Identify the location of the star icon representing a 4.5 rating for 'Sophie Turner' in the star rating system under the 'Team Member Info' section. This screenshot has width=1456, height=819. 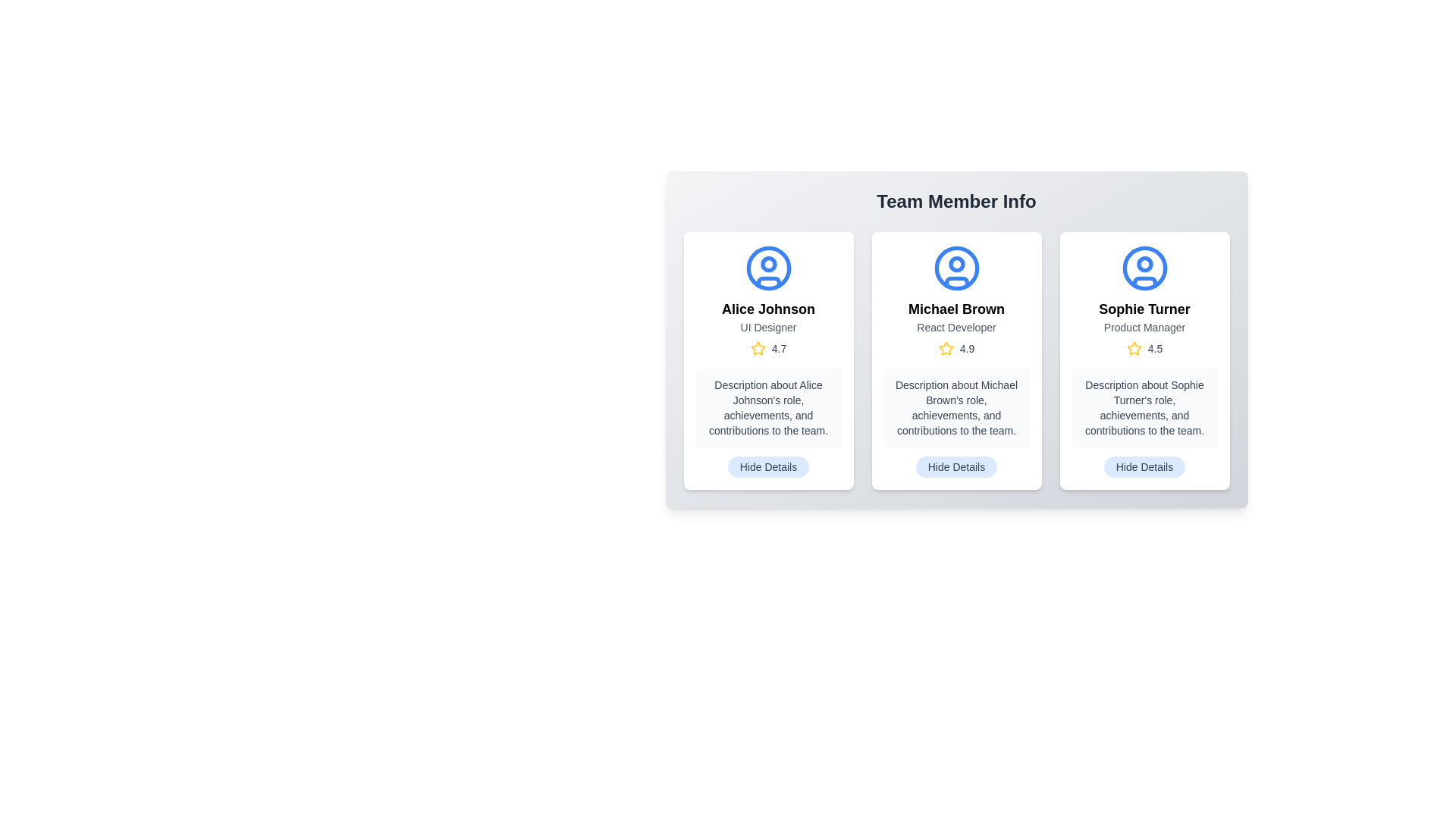
(1134, 348).